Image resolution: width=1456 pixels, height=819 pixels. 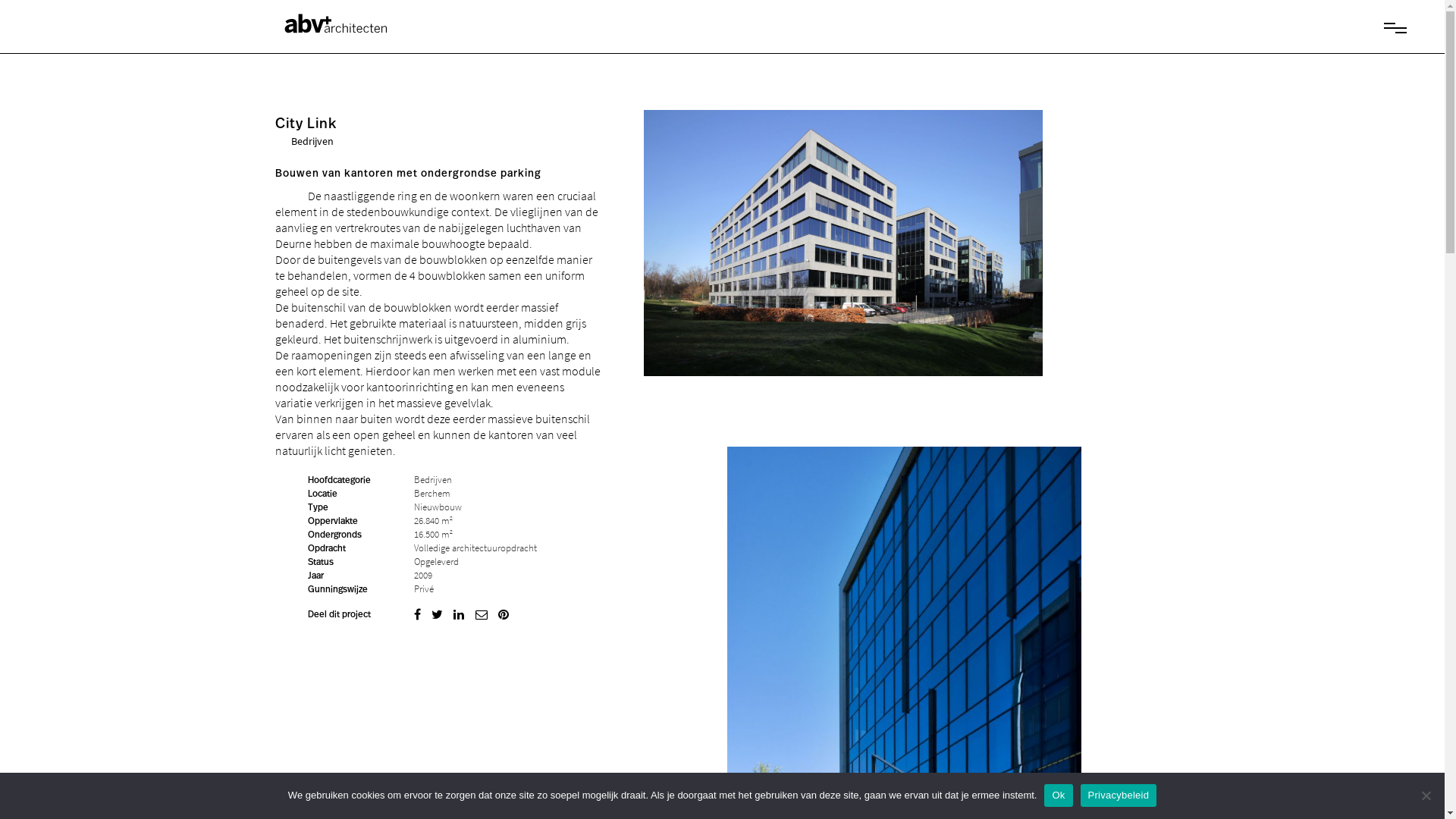 I want to click on 'Nee', so click(x=1417, y=795).